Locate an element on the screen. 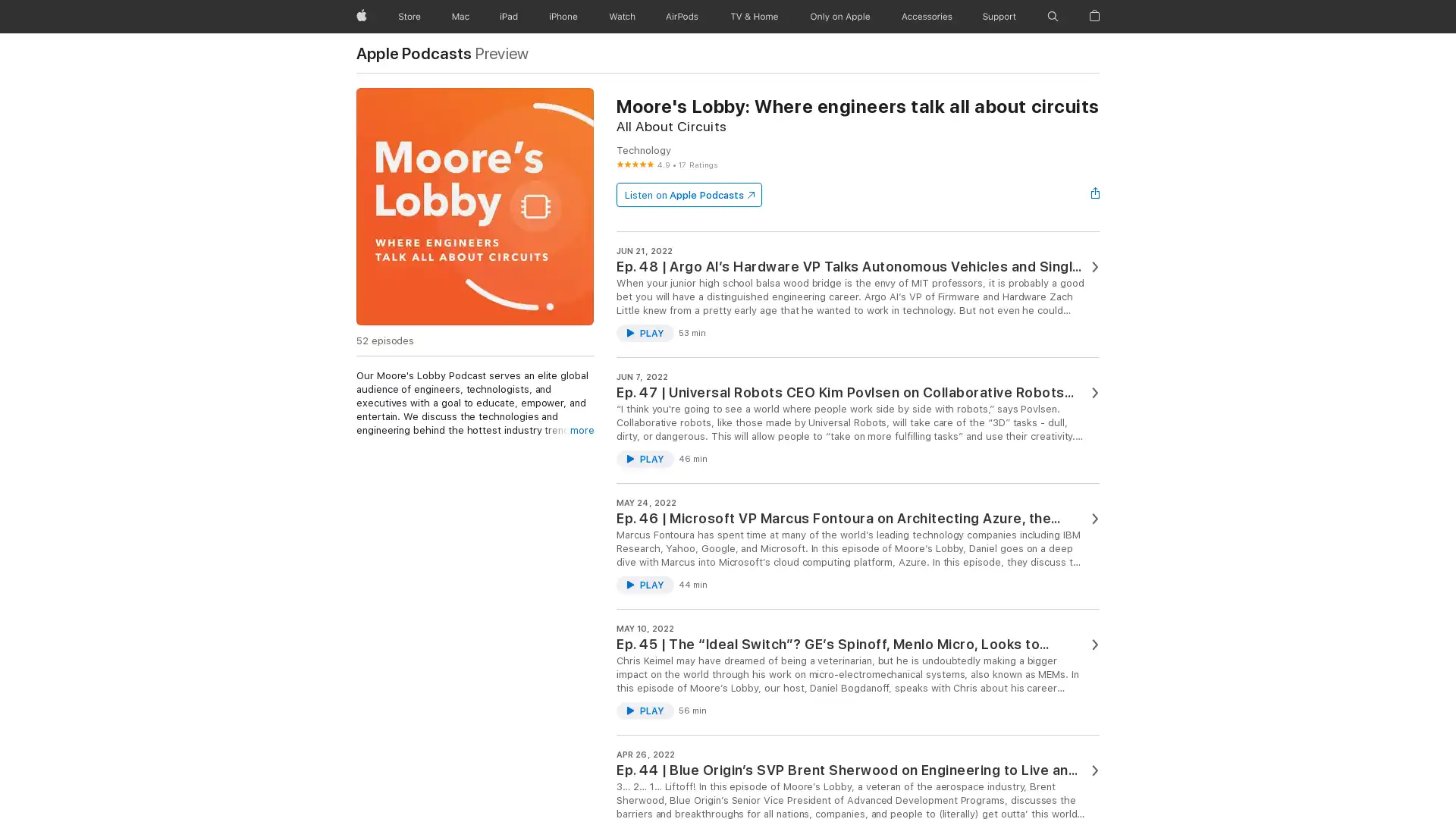 The image size is (1456, 819). Listen on Apple Podcasts is located at coordinates (688, 194).